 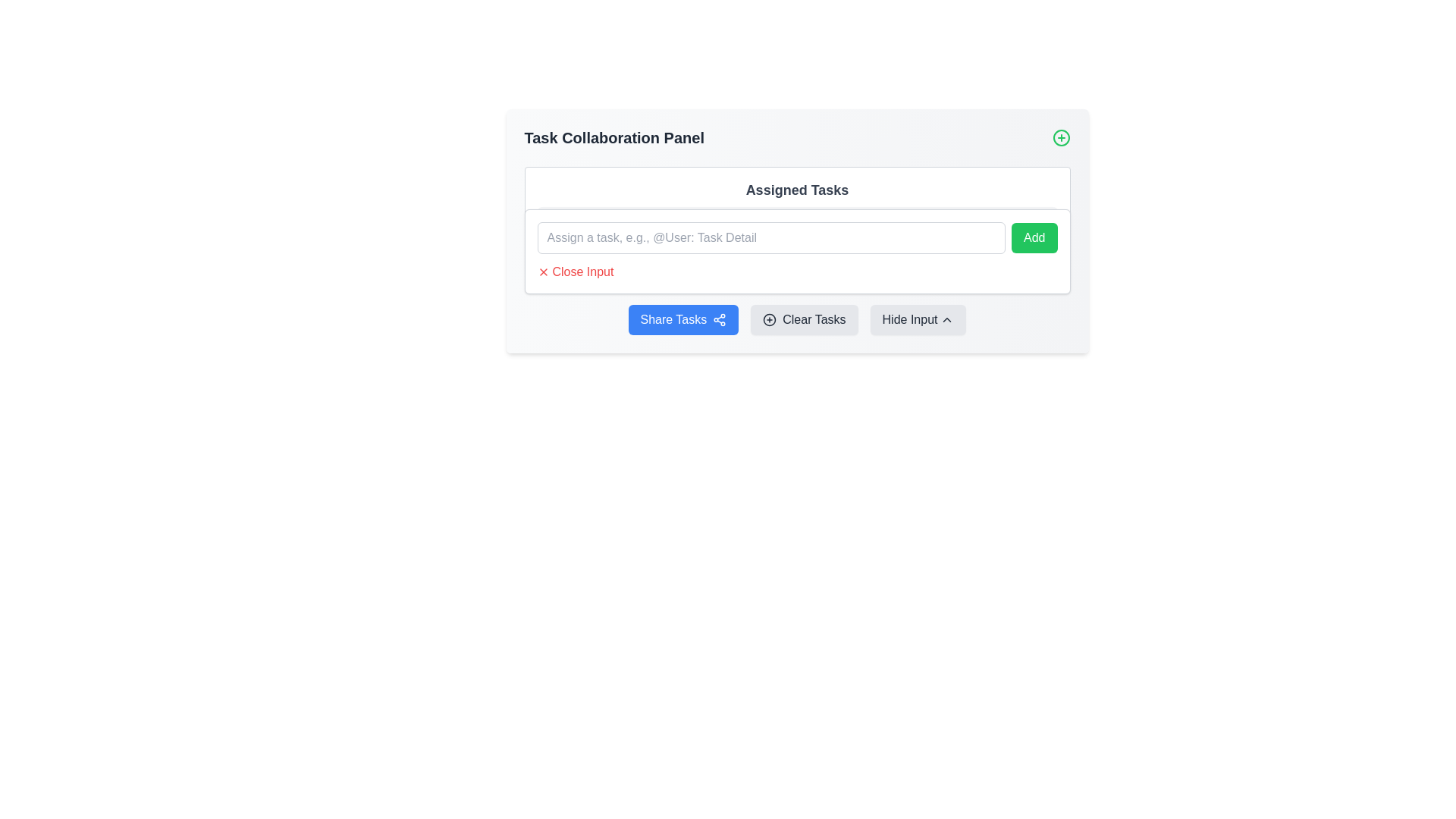 I want to click on the centrally located 'Clear Tasks' button, which is positioned between the 'Share Tasks' button on the left and the 'Hide Input' button on the right, so click(x=803, y=318).